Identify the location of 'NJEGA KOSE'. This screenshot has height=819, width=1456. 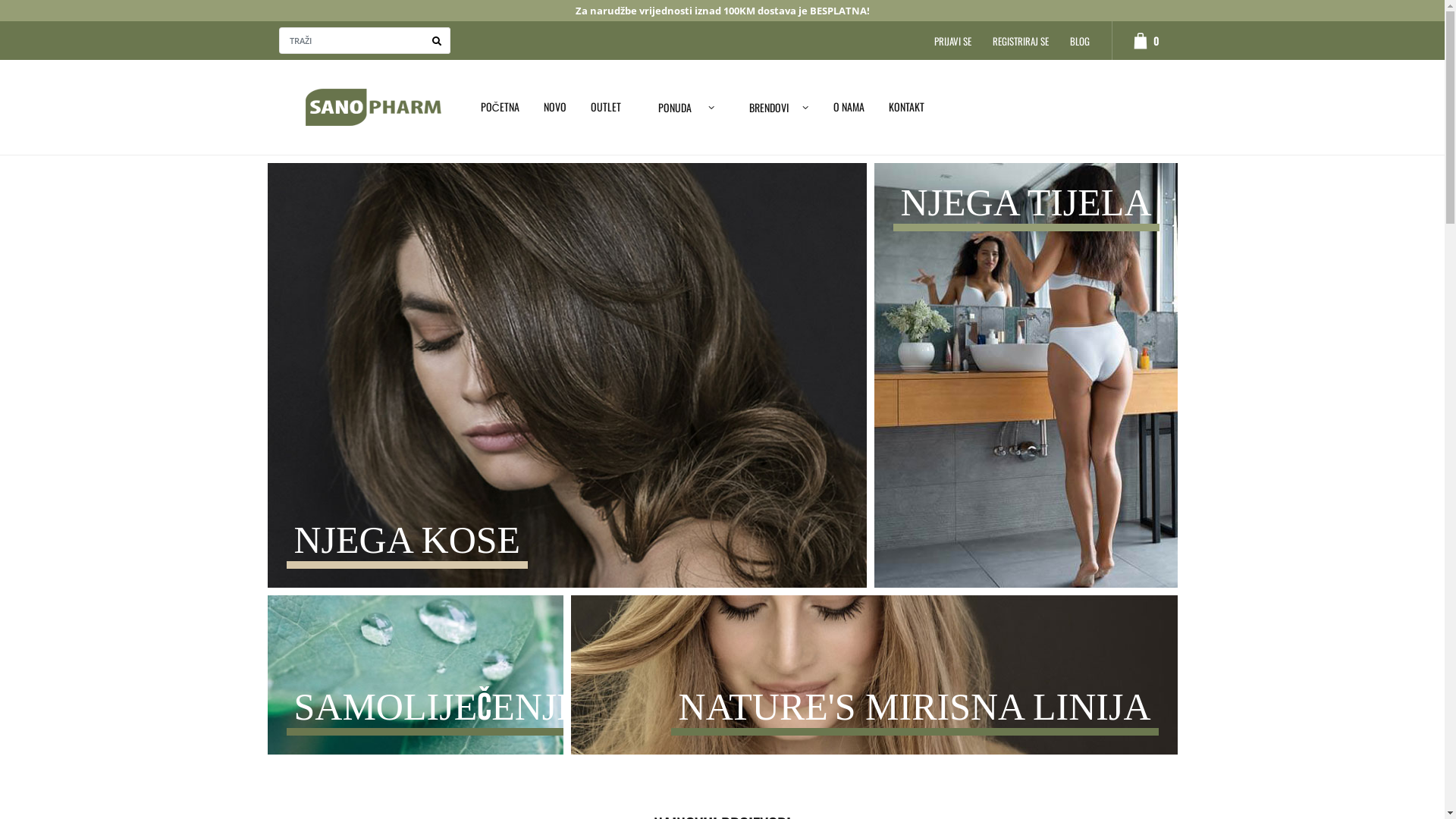
(566, 379).